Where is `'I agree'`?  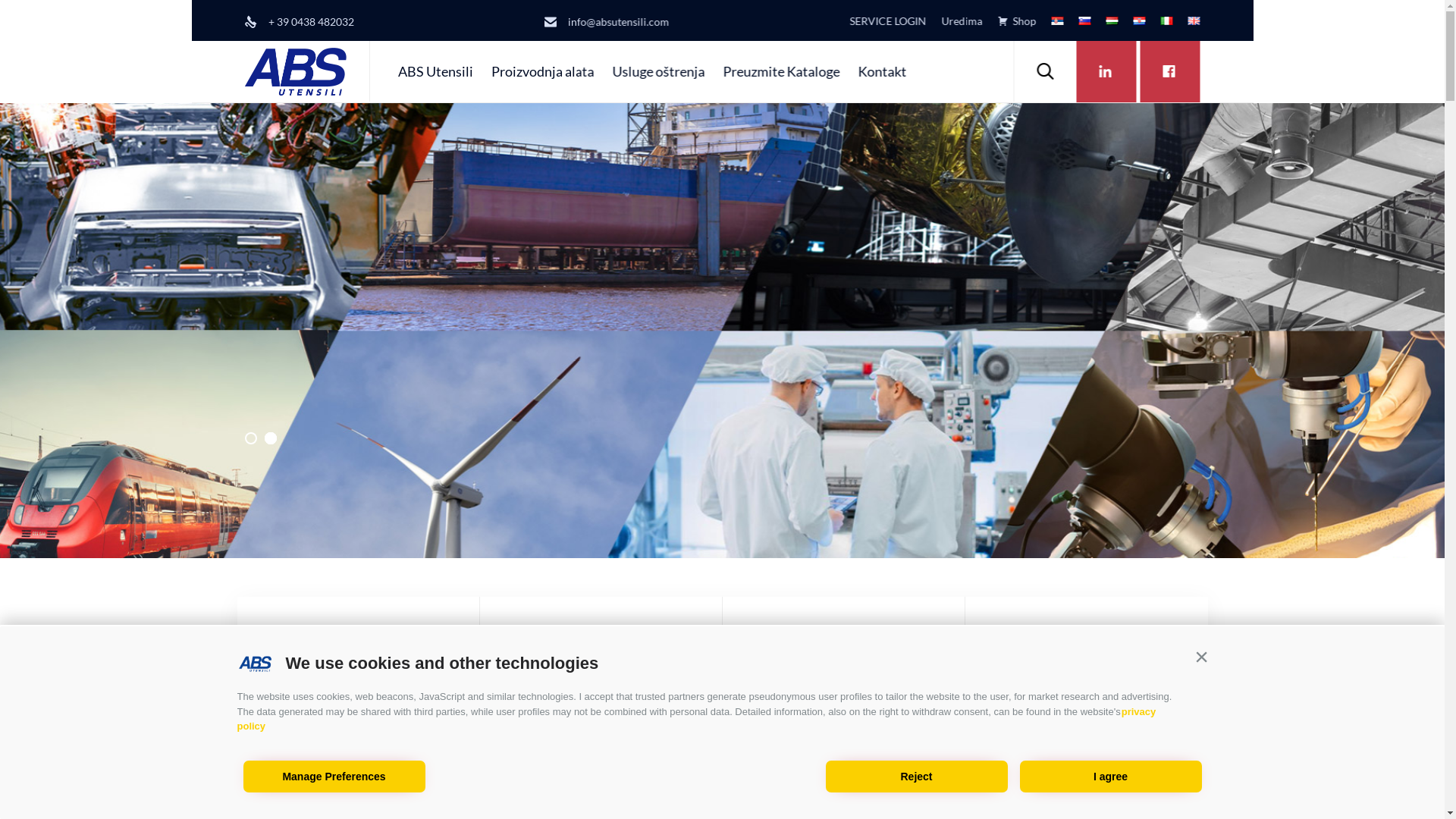 'I agree' is located at coordinates (1110, 776).